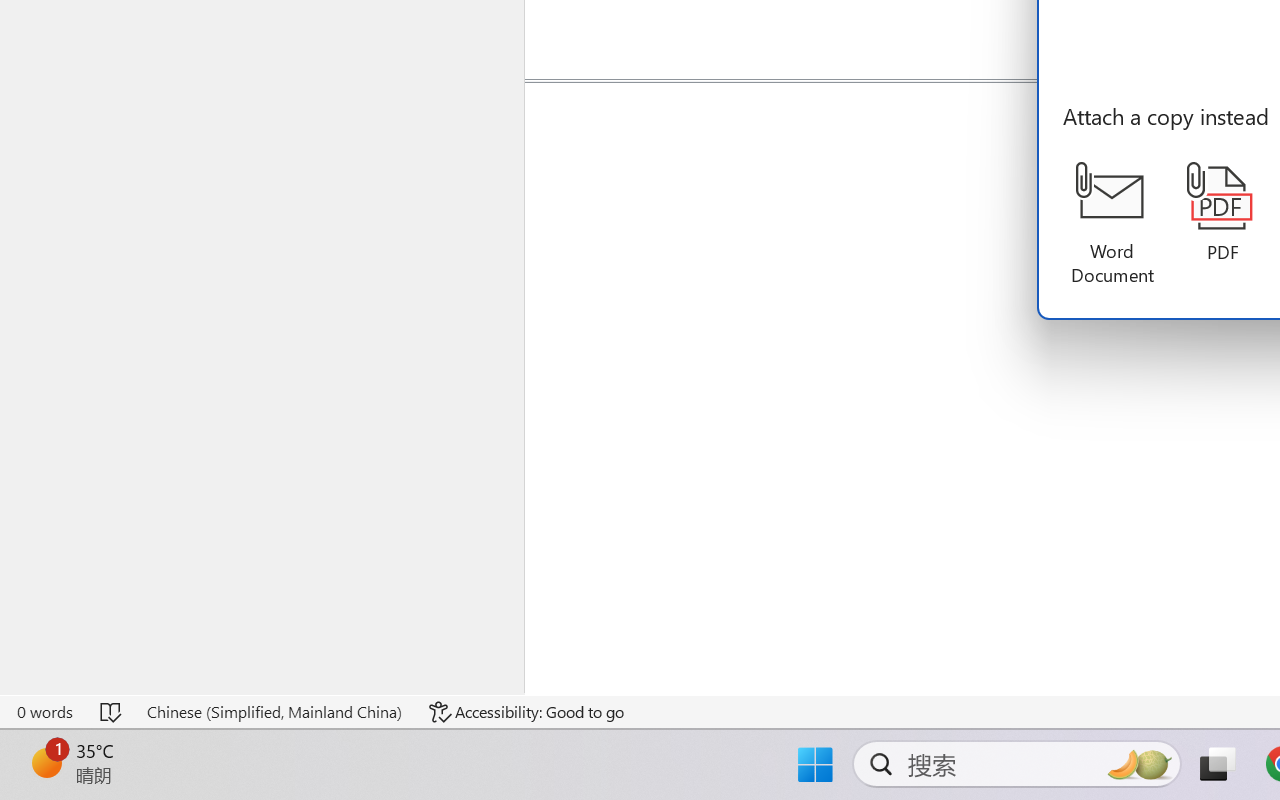  What do you see at coordinates (1111, 224) in the screenshot?
I see `'Word Document'` at bounding box center [1111, 224].